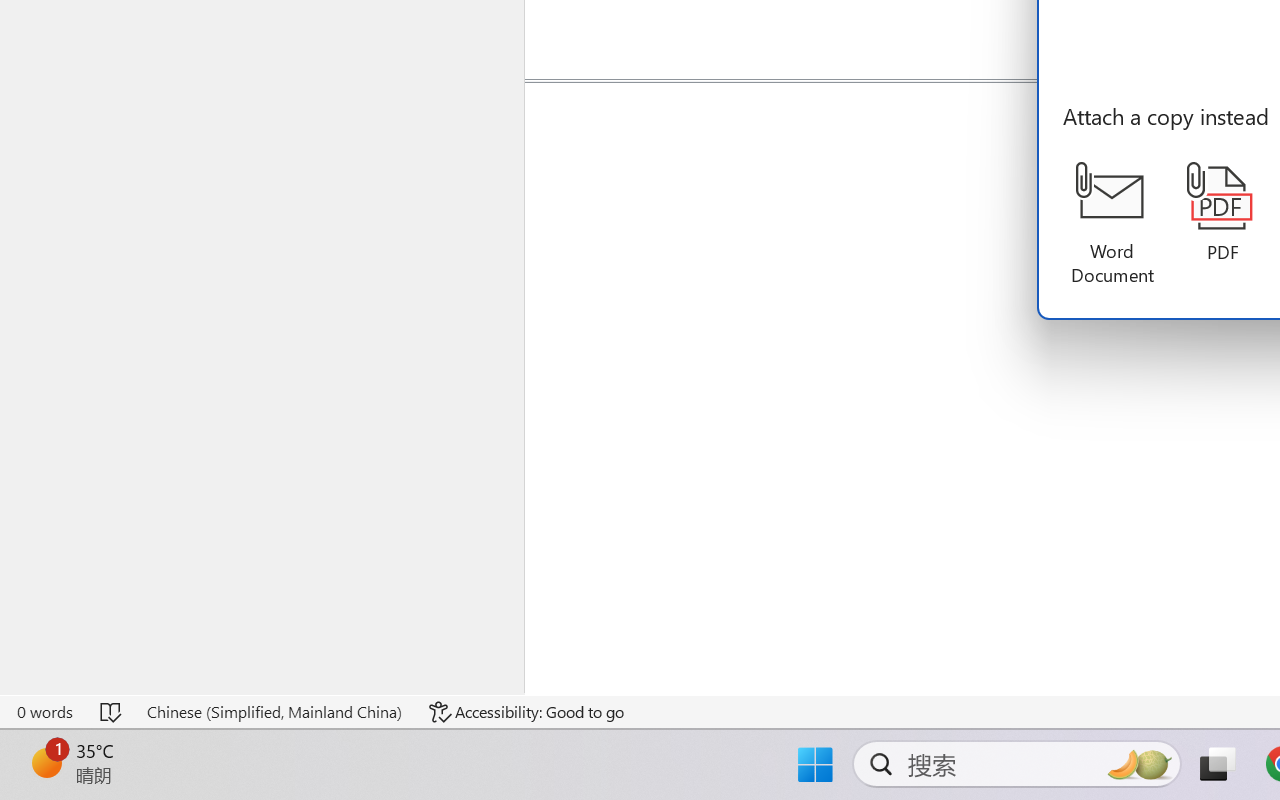  What do you see at coordinates (1111, 224) in the screenshot?
I see `'Word Document'` at bounding box center [1111, 224].